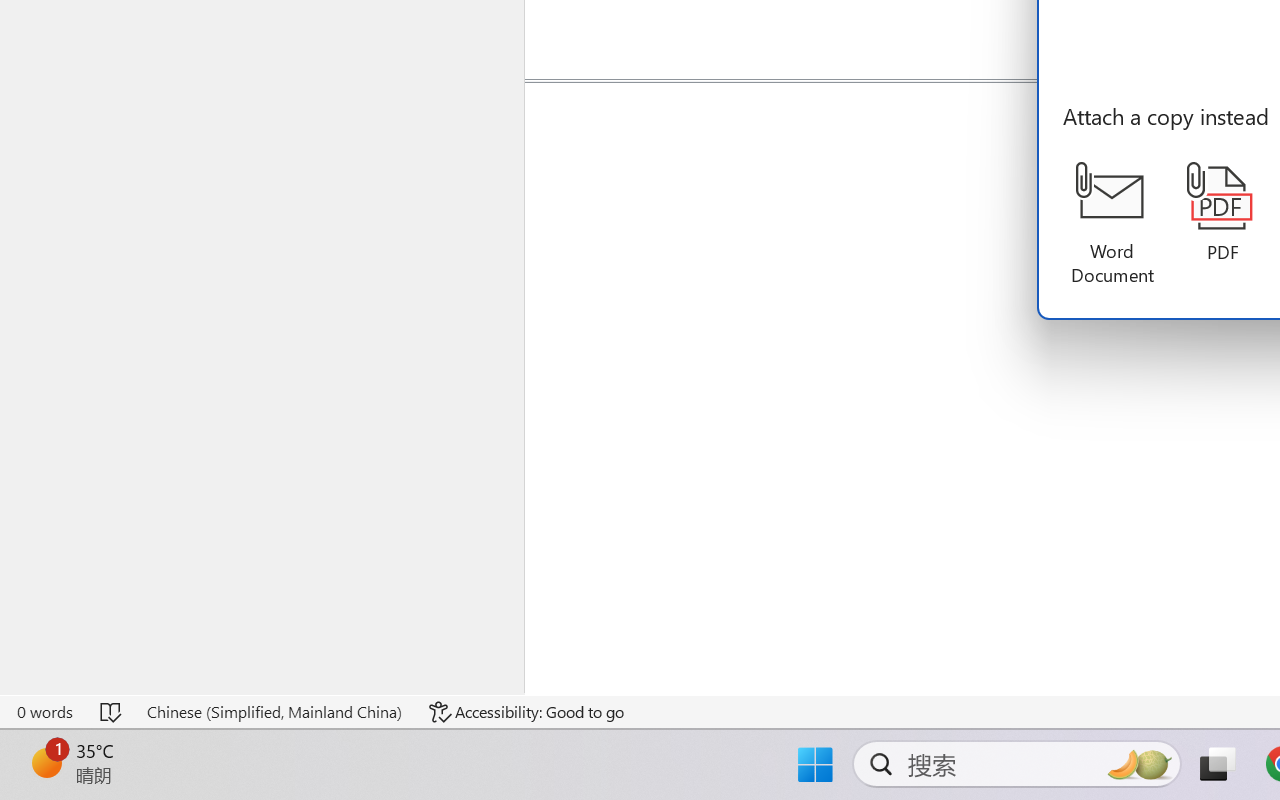  What do you see at coordinates (1111, 224) in the screenshot?
I see `'Word Document'` at bounding box center [1111, 224].